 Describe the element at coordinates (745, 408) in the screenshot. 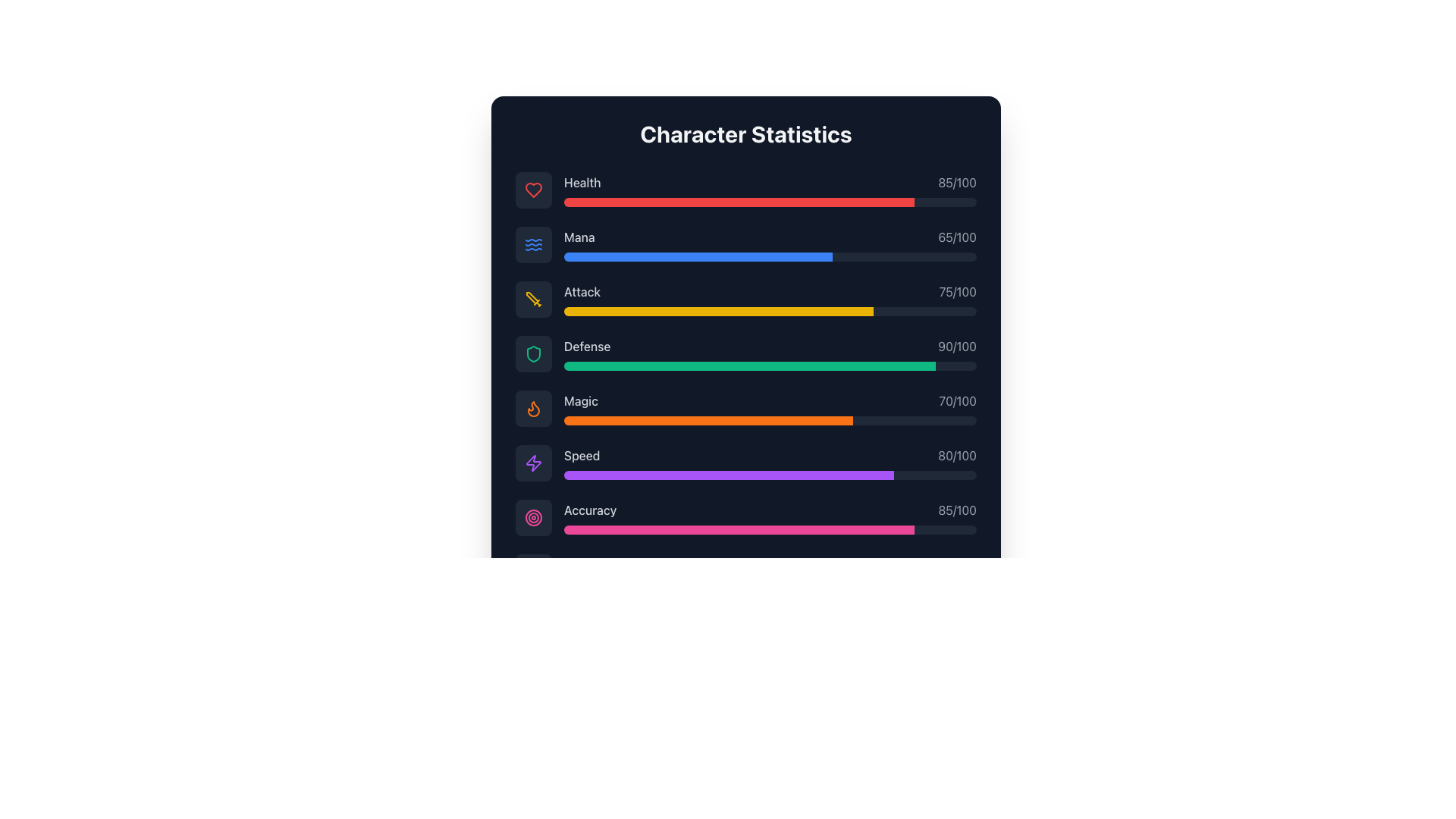

I see `the composite component that visually represents the 'Magic' attribute, which is the fifth element in a vertical list of progress indicators, located between 'Defense' and 'Speed'` at that location.